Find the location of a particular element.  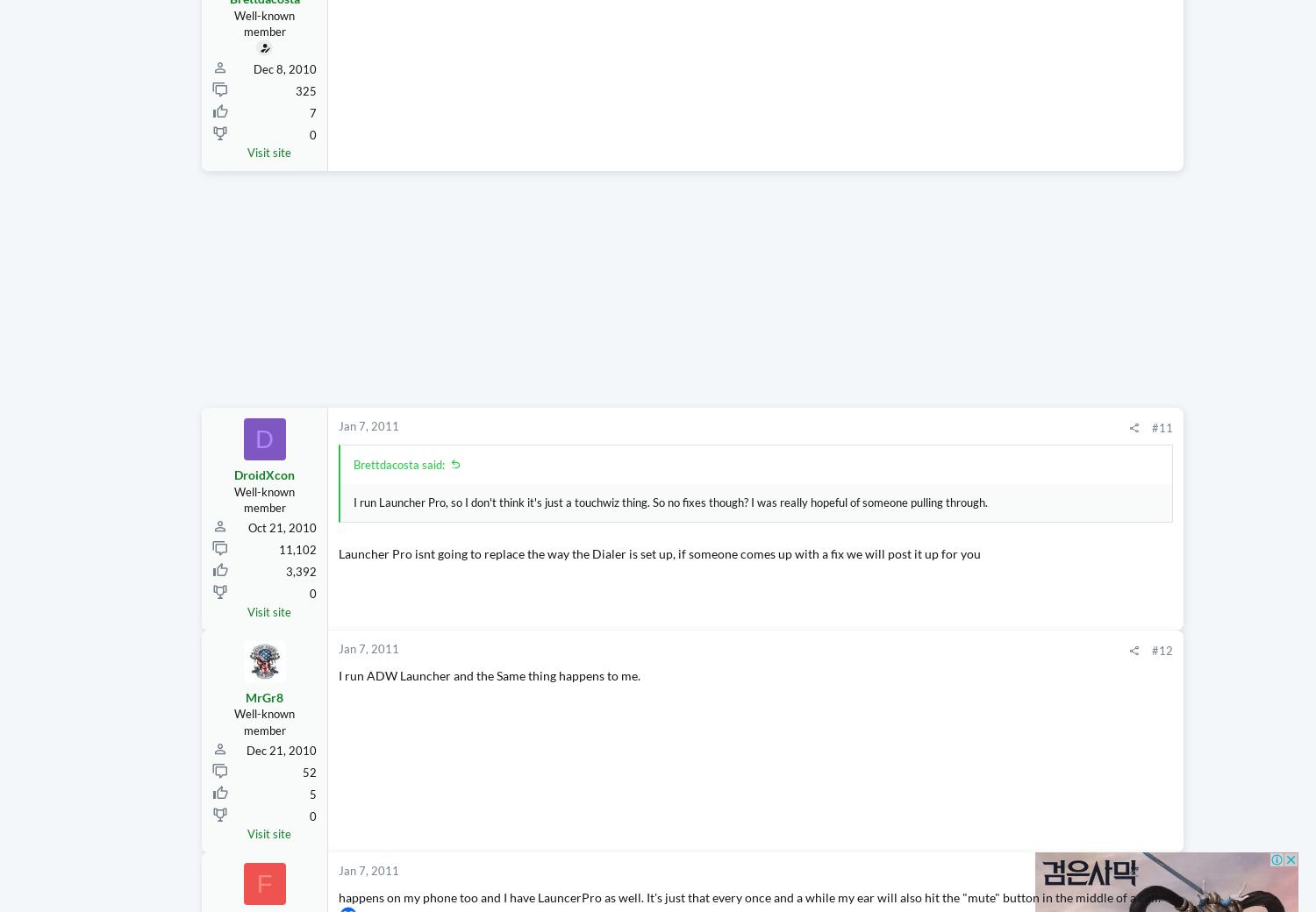

'Brettdacosta' is located at coordinates (264, 30).